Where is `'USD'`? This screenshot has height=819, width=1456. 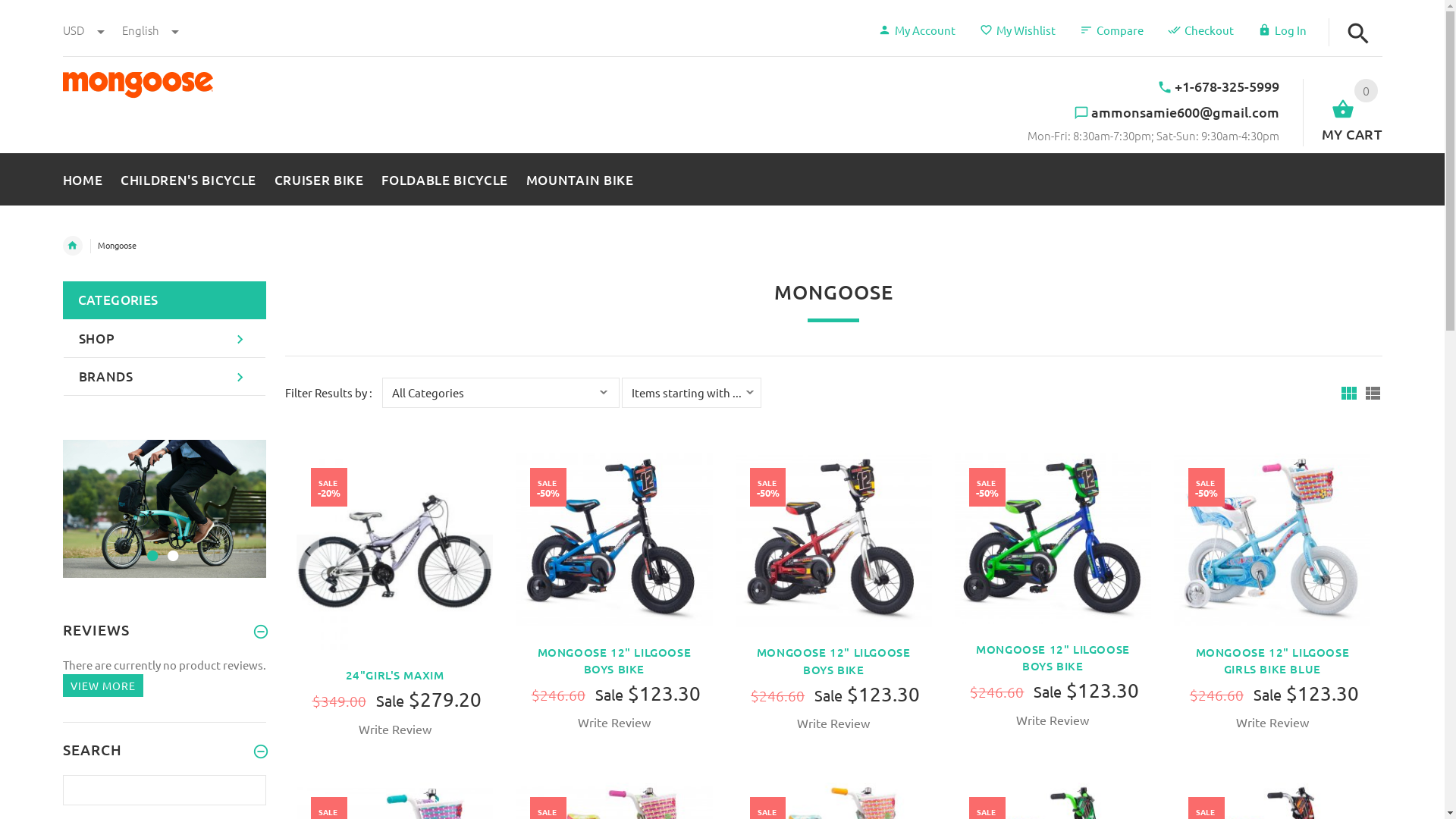
'USD' is located at coordinates (83, 30).